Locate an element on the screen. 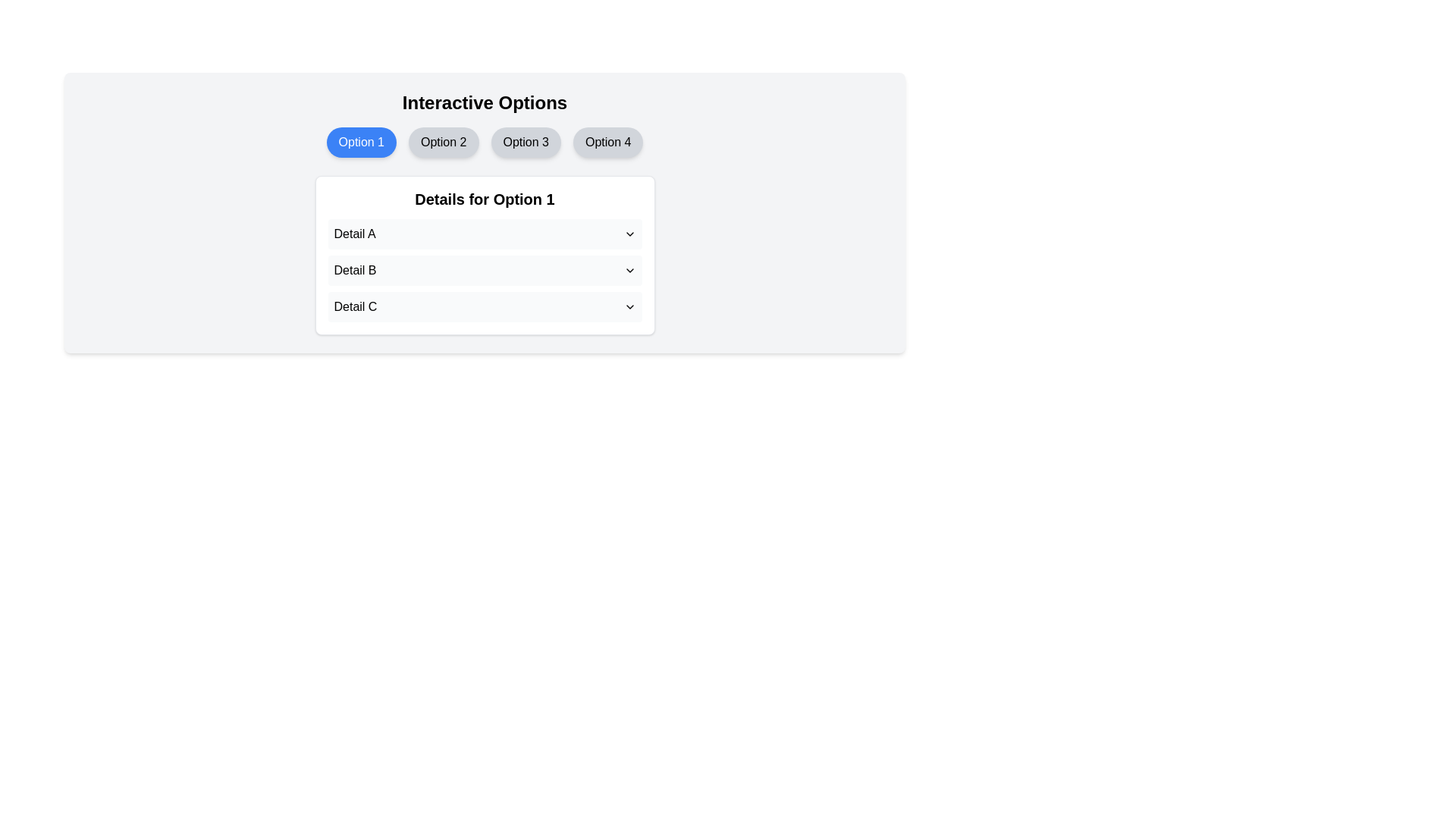 The image size is (1456, 819). the second item in the vertical list labeled 'Details for Option 1' to interact with its dropdown capabilities is located at coordinates (484, 270).